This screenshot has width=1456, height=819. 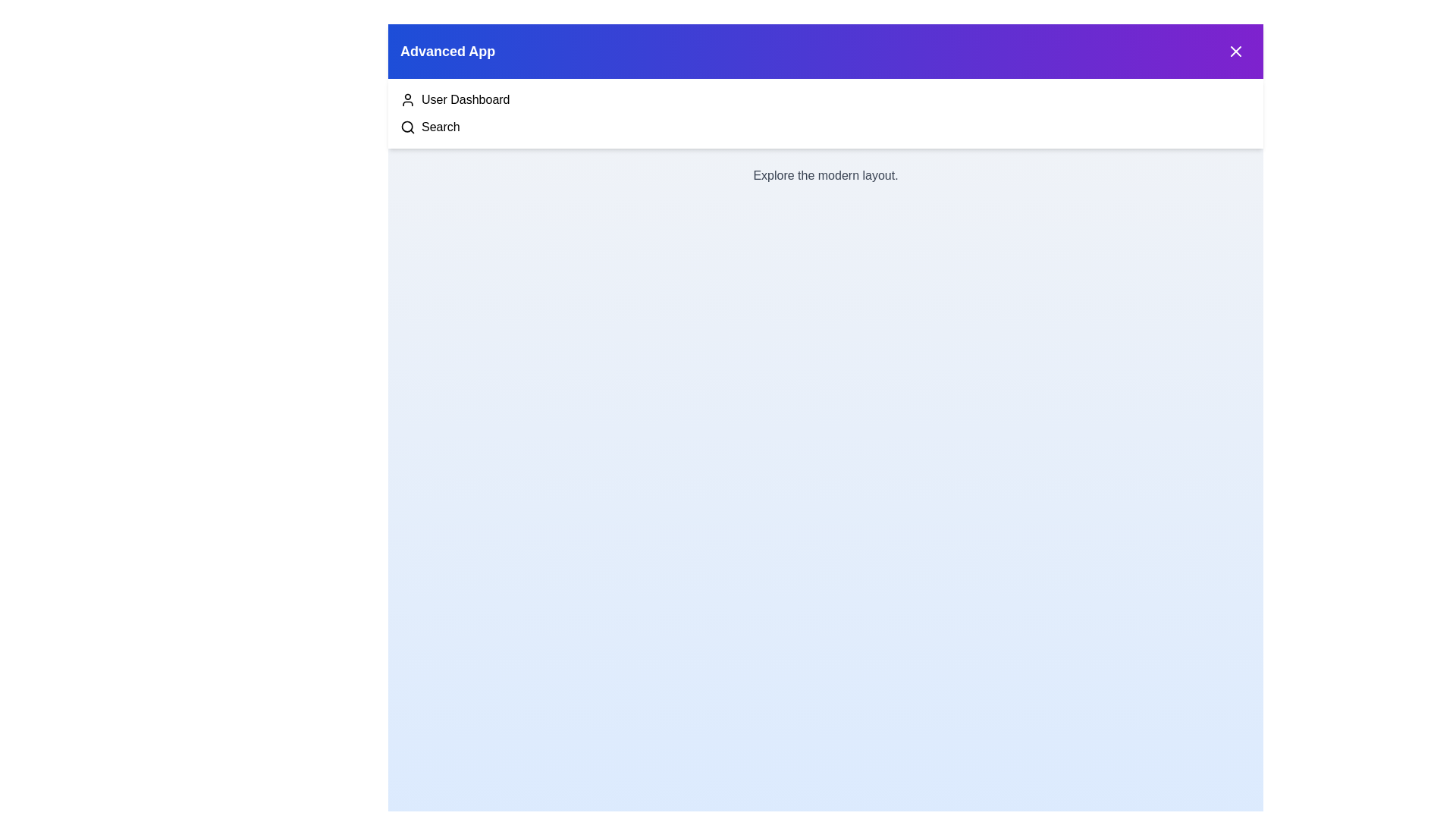 What do you see at coordinates (1236, 51) in the screenshot?
I see `button at the top-right corner of the app bar to toggle the menu` at bounding box center [1236, 51].